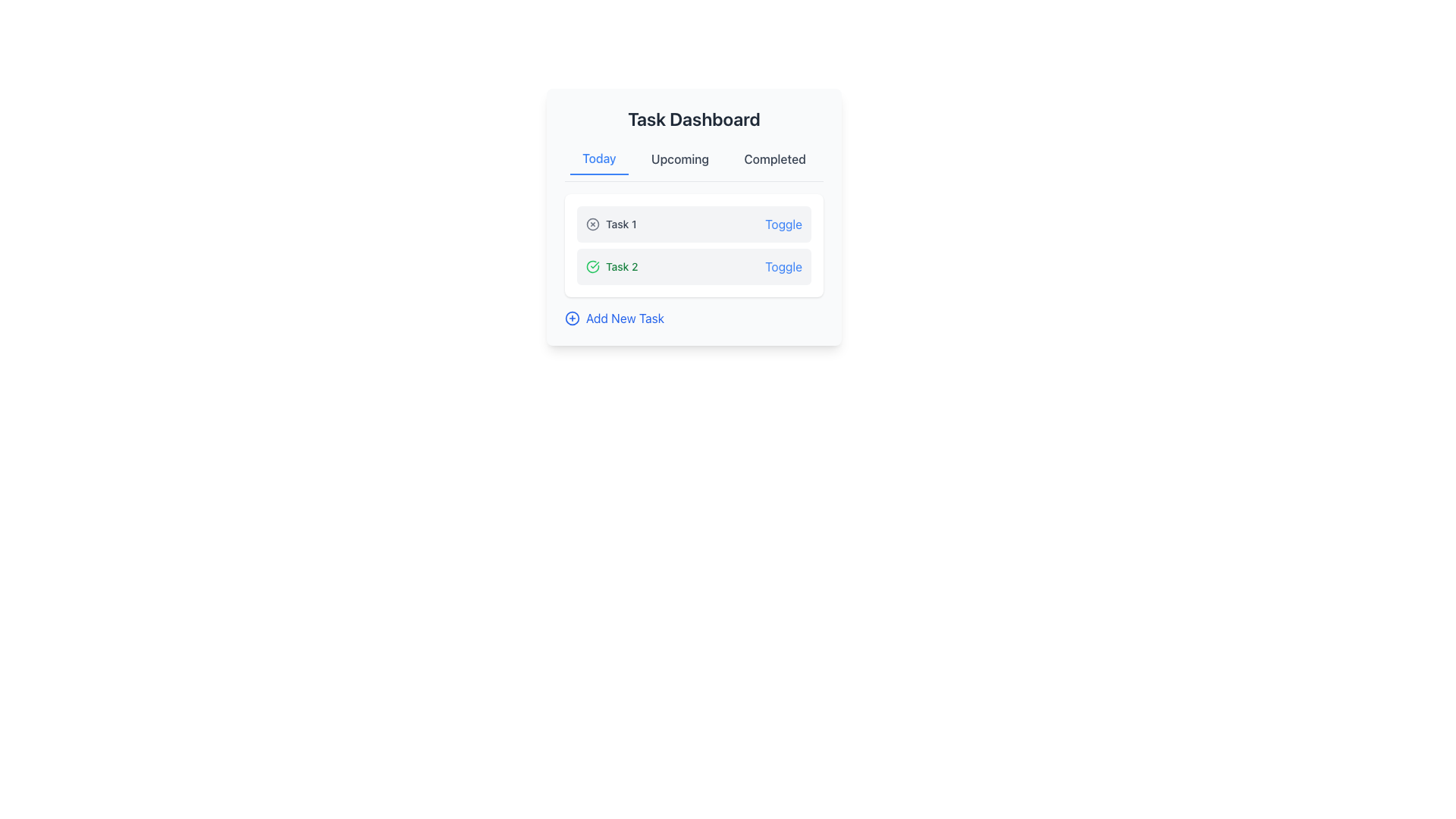 The image size is (1456, 819). I want to click on the blue text label reading 'Toggle' located on the rightmost part of the entry labeled 'Task 2', so click(783, 265).